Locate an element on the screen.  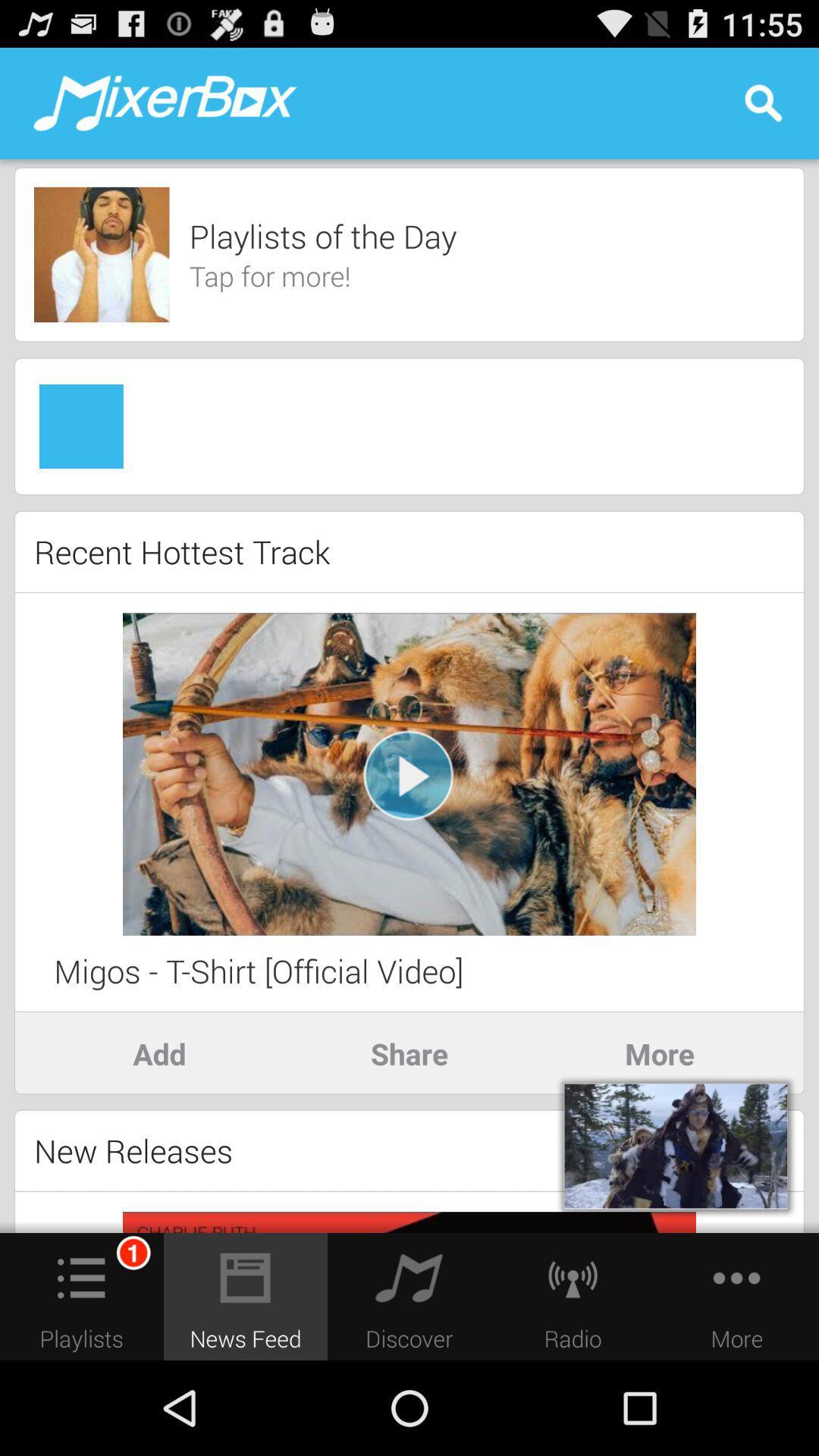
the icon below add app is located at coordinates (133, 1150).